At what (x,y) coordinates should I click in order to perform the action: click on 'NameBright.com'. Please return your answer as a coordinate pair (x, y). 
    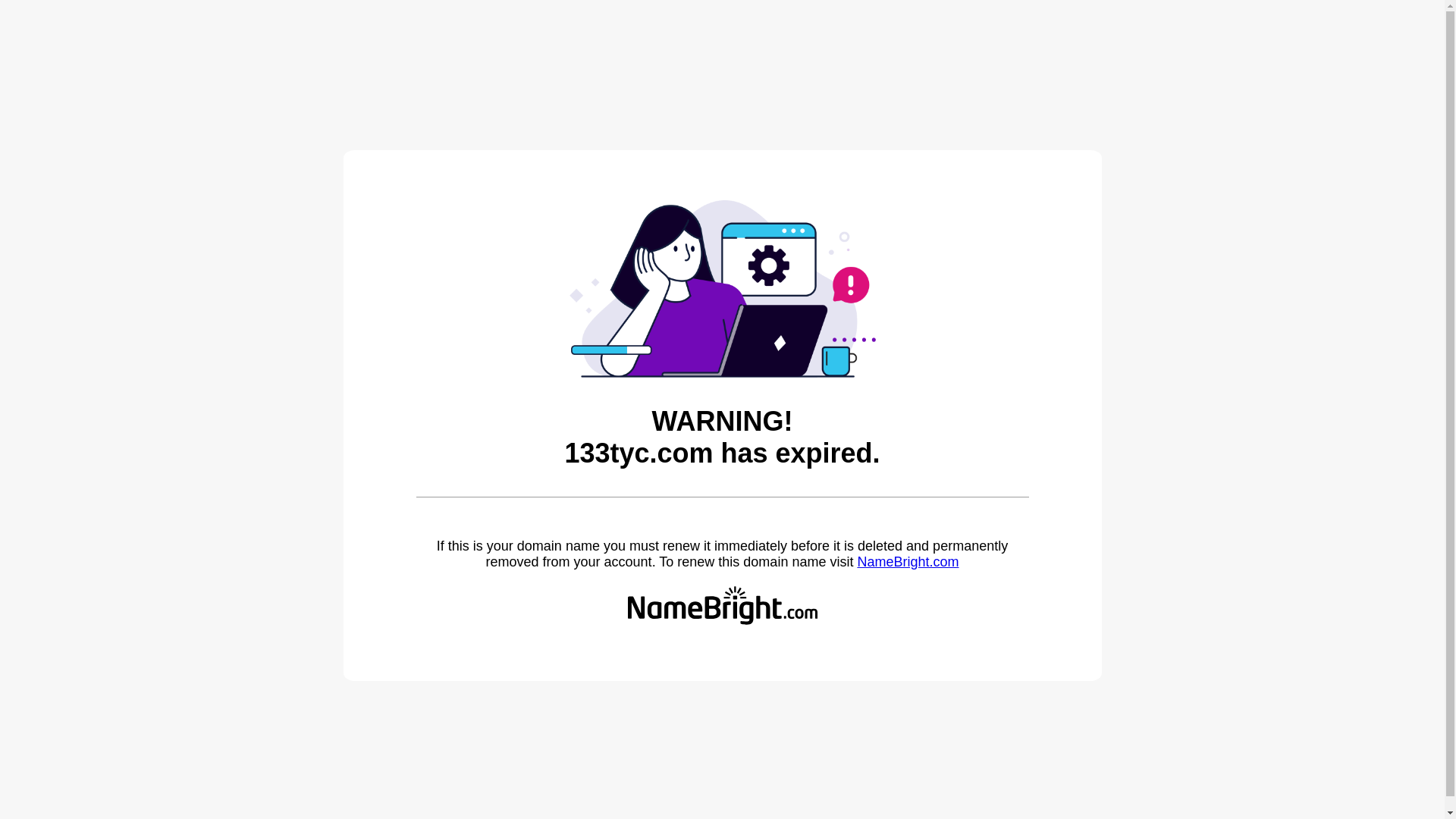
    Looking at the image, I should click on (856, 561).